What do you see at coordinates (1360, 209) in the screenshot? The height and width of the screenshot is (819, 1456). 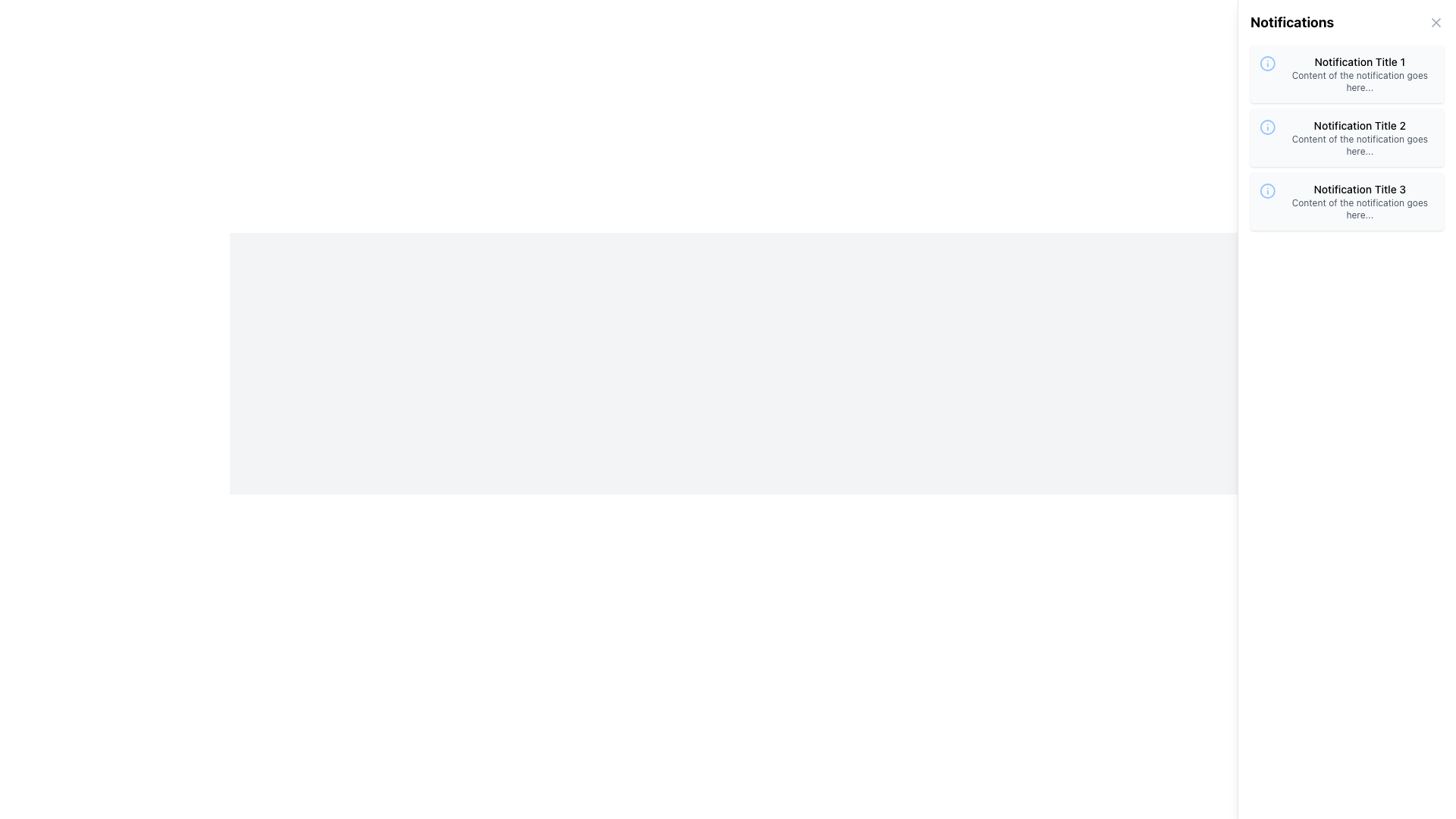 I see `detailed content of the third notification message located in the Notifications side panel, immediately below the title 'Notification Title 3.'` at bounding box center [1360, 209].